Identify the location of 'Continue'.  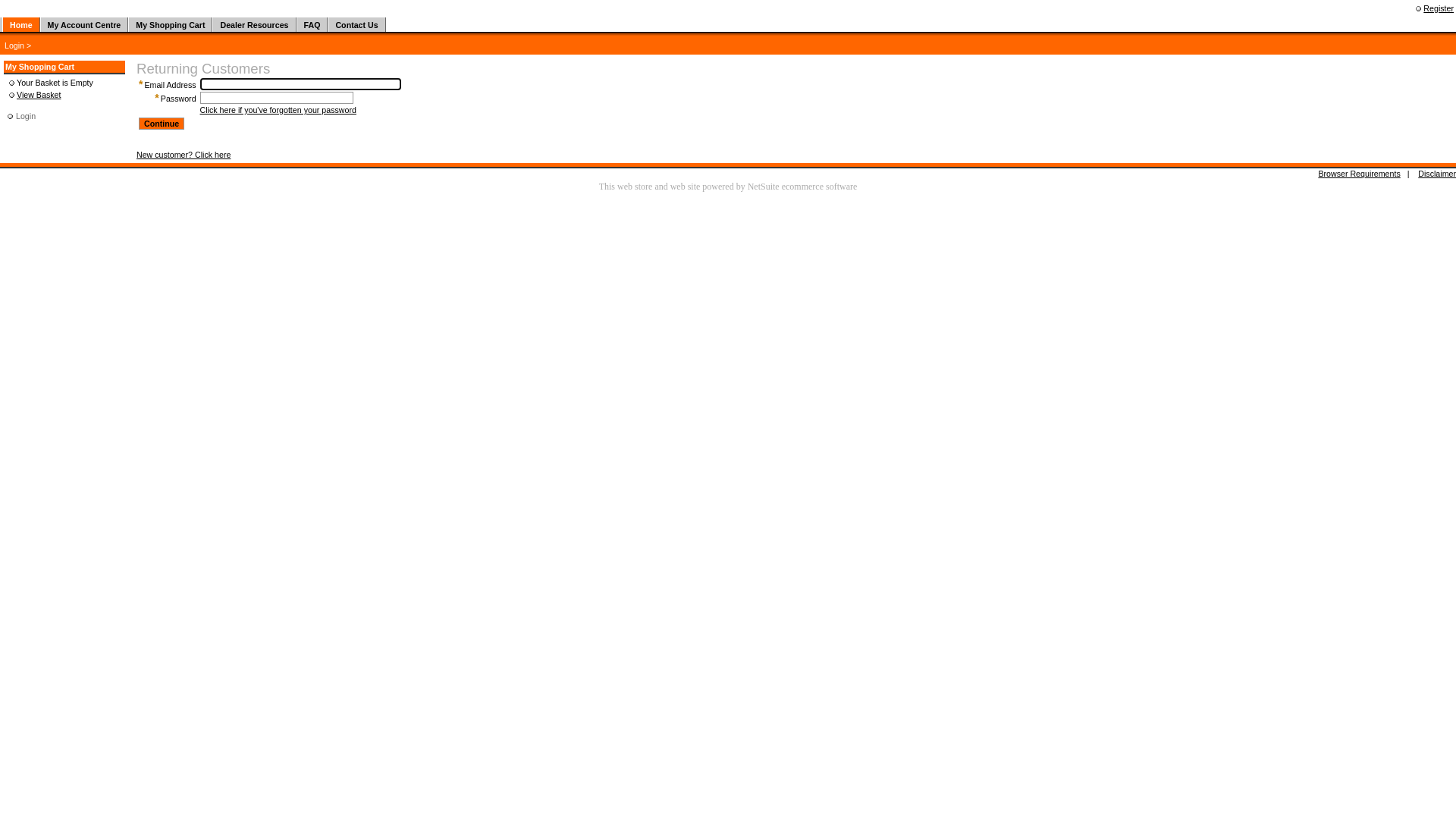
(161, 122).